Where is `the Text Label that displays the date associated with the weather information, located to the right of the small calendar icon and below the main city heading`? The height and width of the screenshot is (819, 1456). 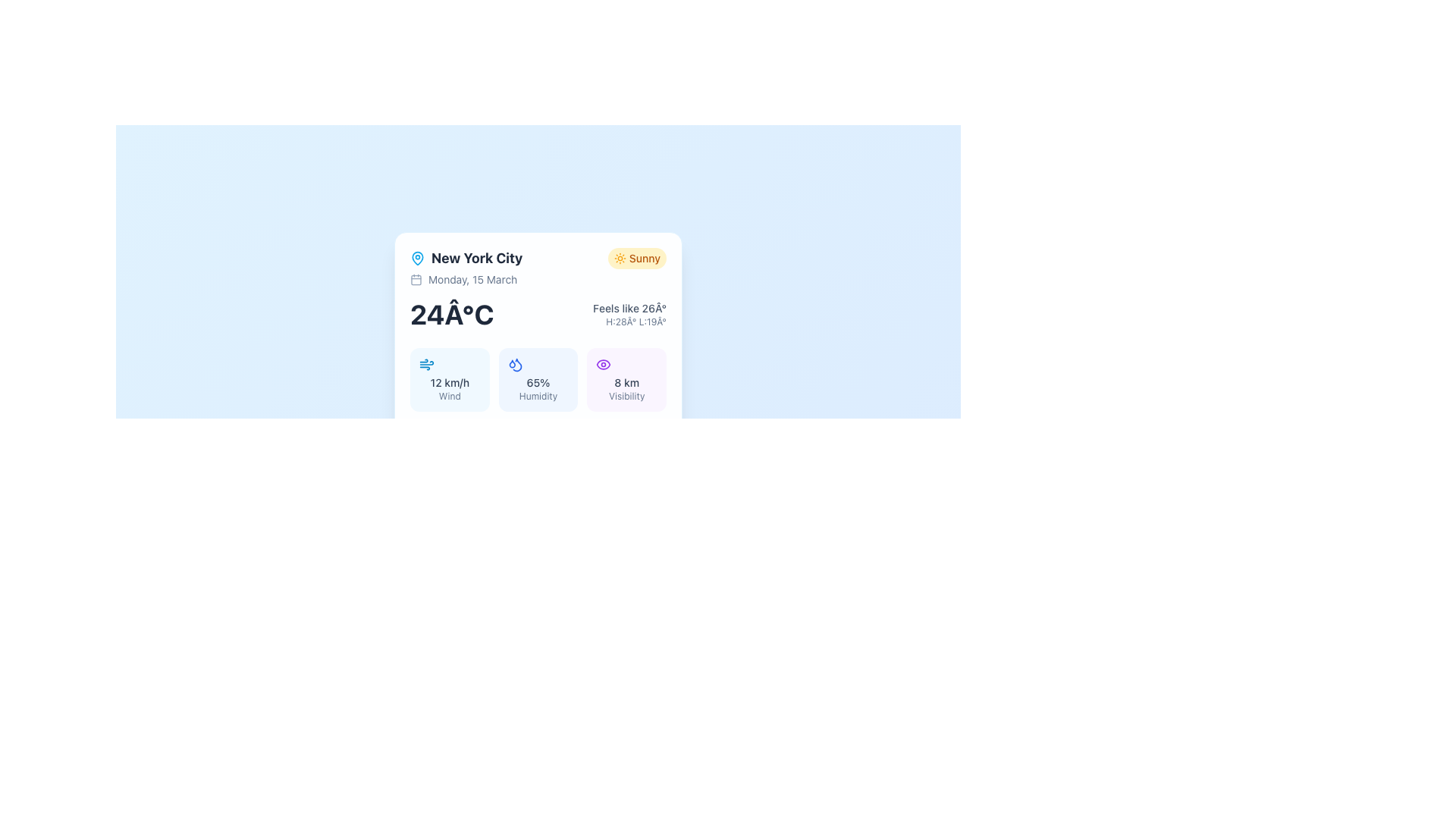
the Text Label that displays the date associated with the weather information, located to the right of the small calendar icon and below the main city heading is located at coordinates (472, 280).